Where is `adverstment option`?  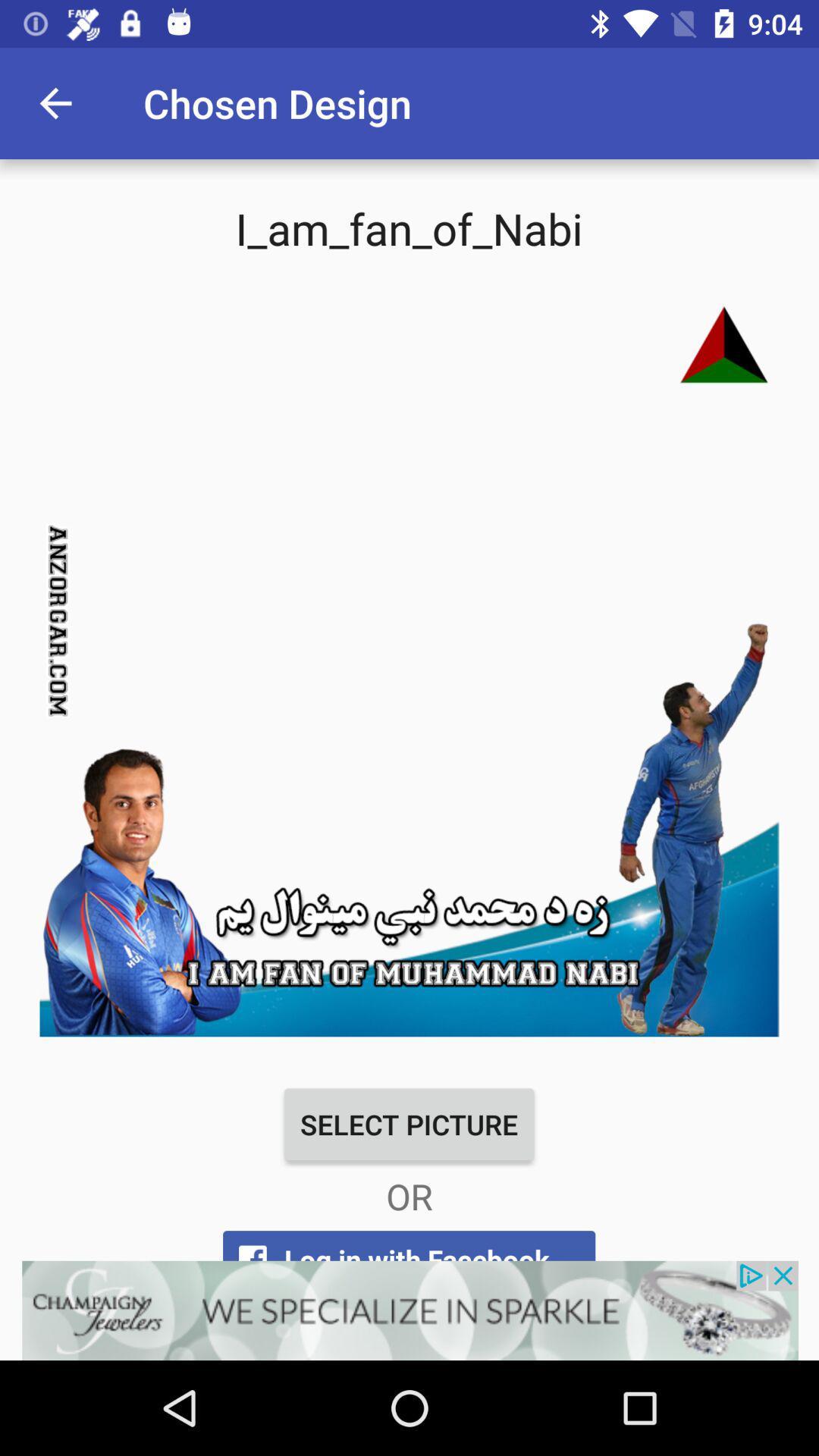
adverstment option is located at coordinates (409, 1310).